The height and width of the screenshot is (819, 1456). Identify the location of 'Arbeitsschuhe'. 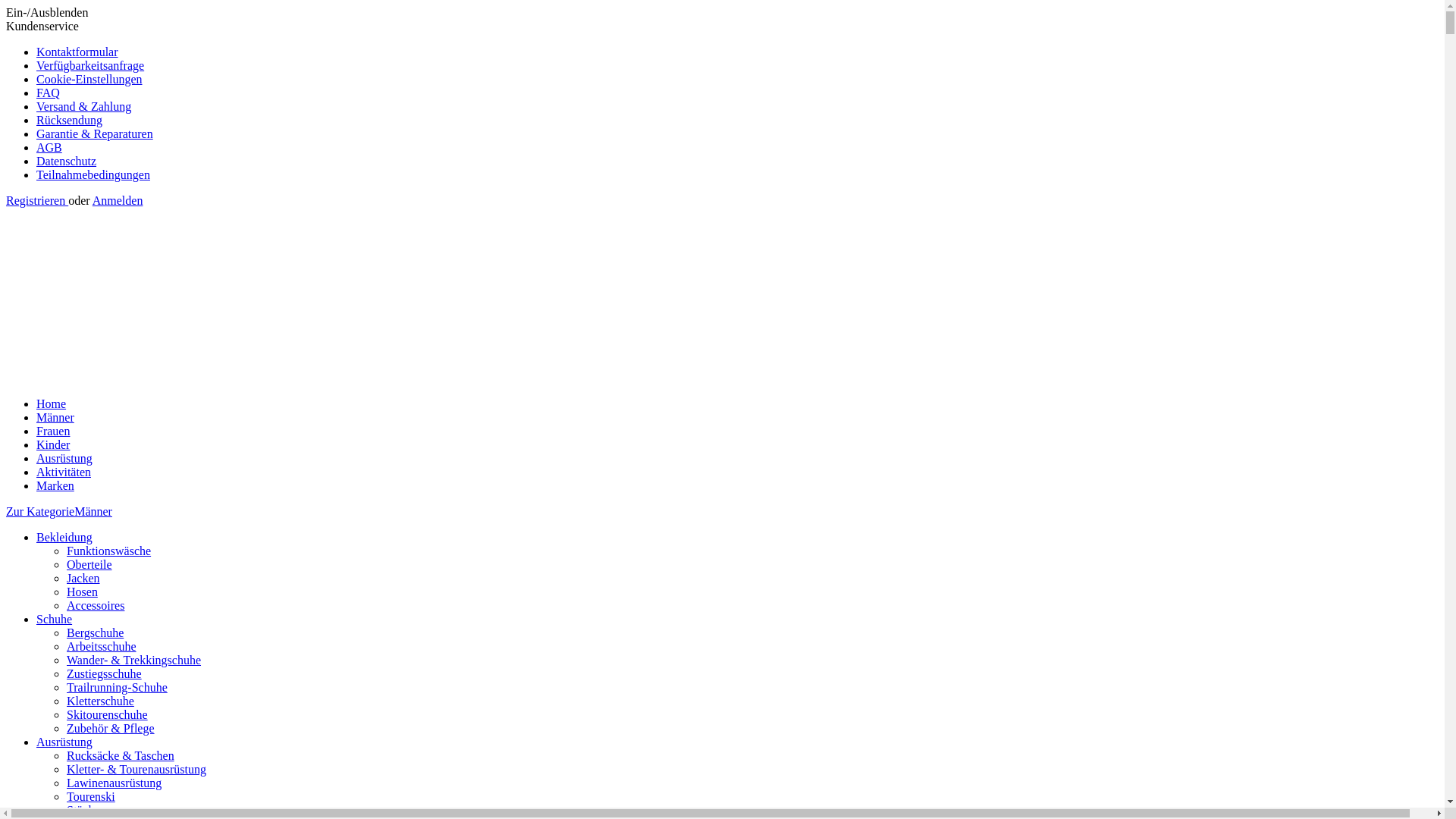
(101, 646).